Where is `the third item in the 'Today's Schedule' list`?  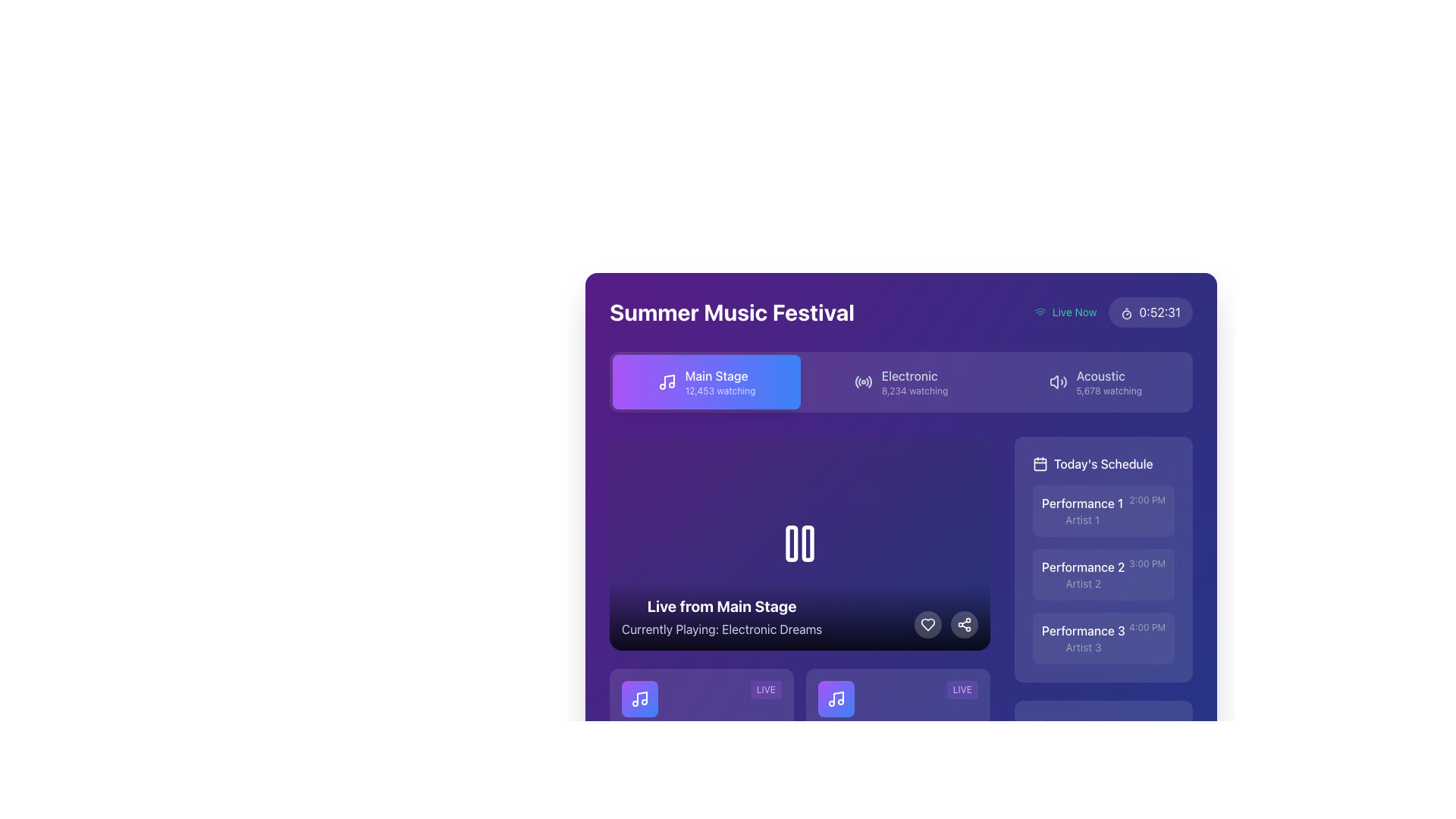 the third item in the 'Today's Schedule' list is located at coordinates (1103, 638).